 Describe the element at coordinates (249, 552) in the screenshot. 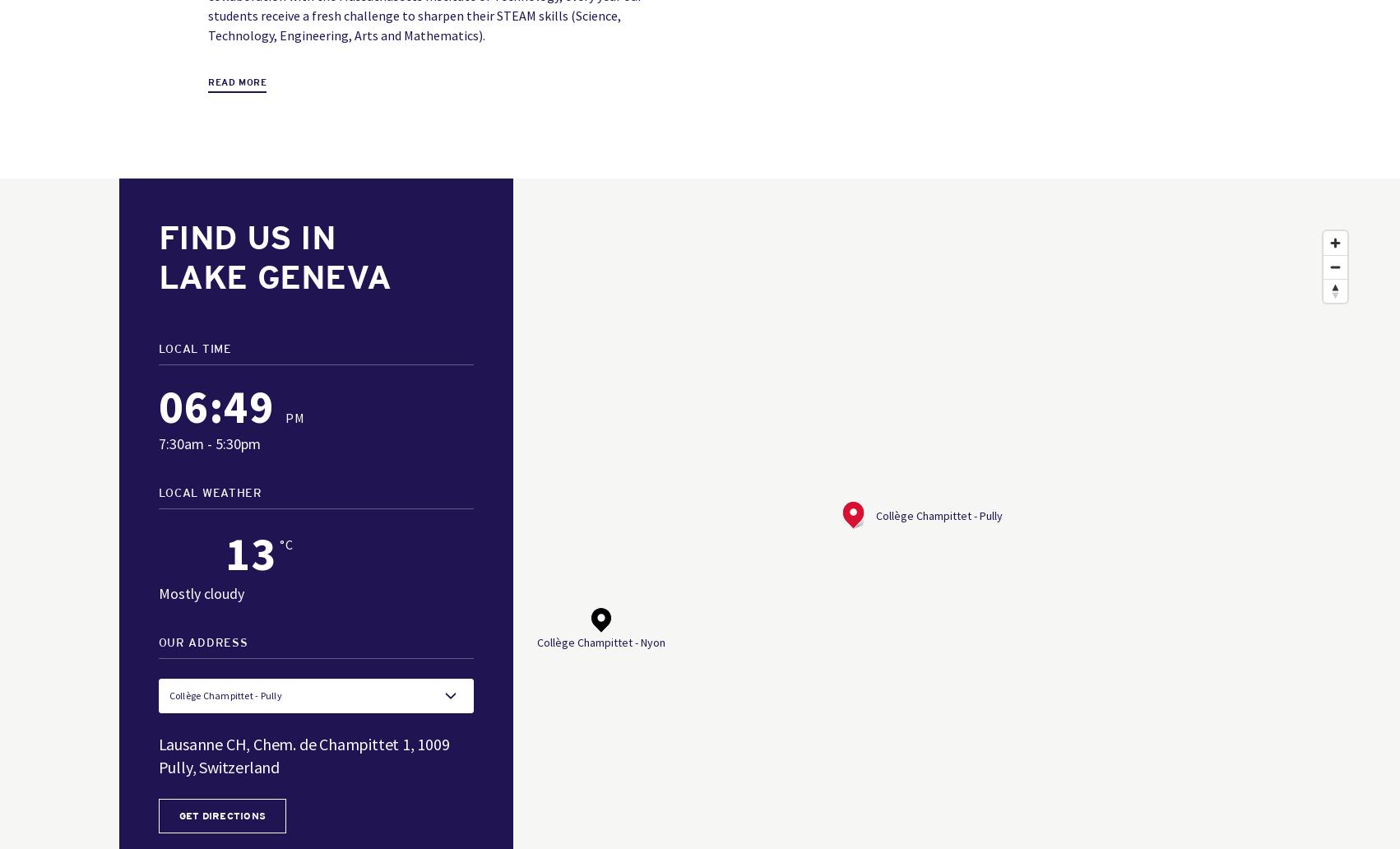

I see `'13'` at that location.